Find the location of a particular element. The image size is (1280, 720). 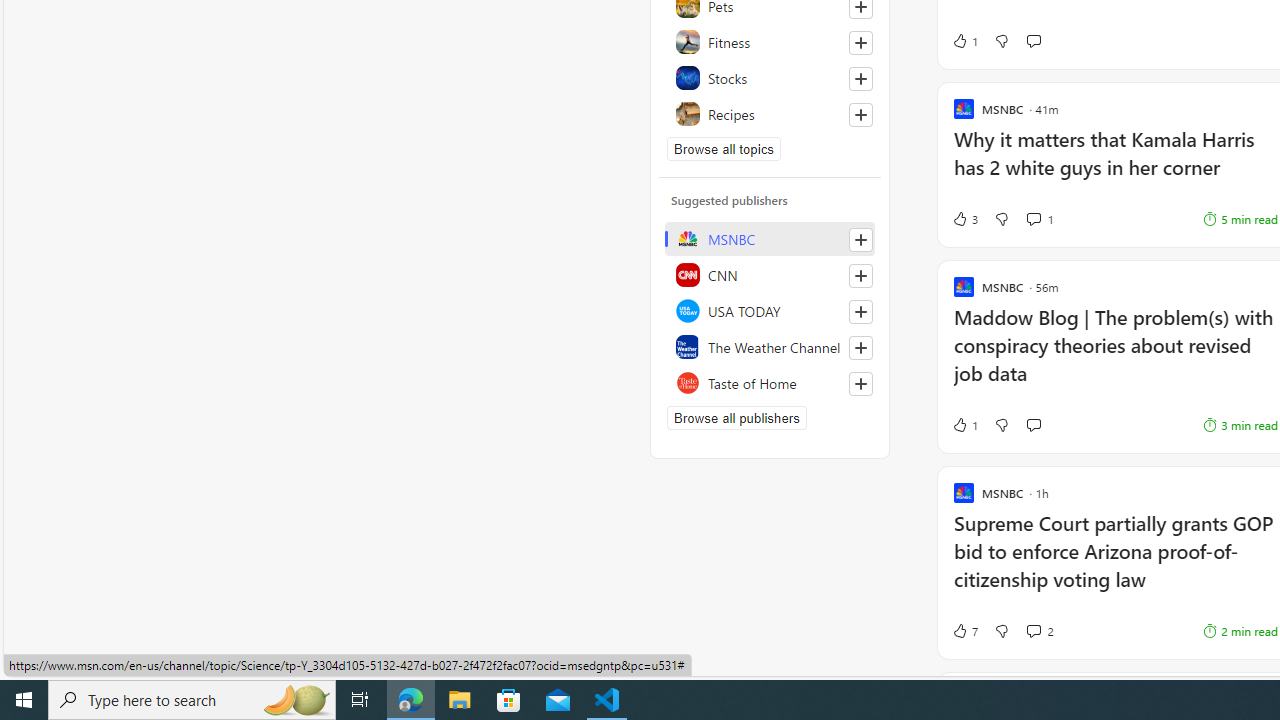

'Follow this source' is located at coordinates (860, 384).